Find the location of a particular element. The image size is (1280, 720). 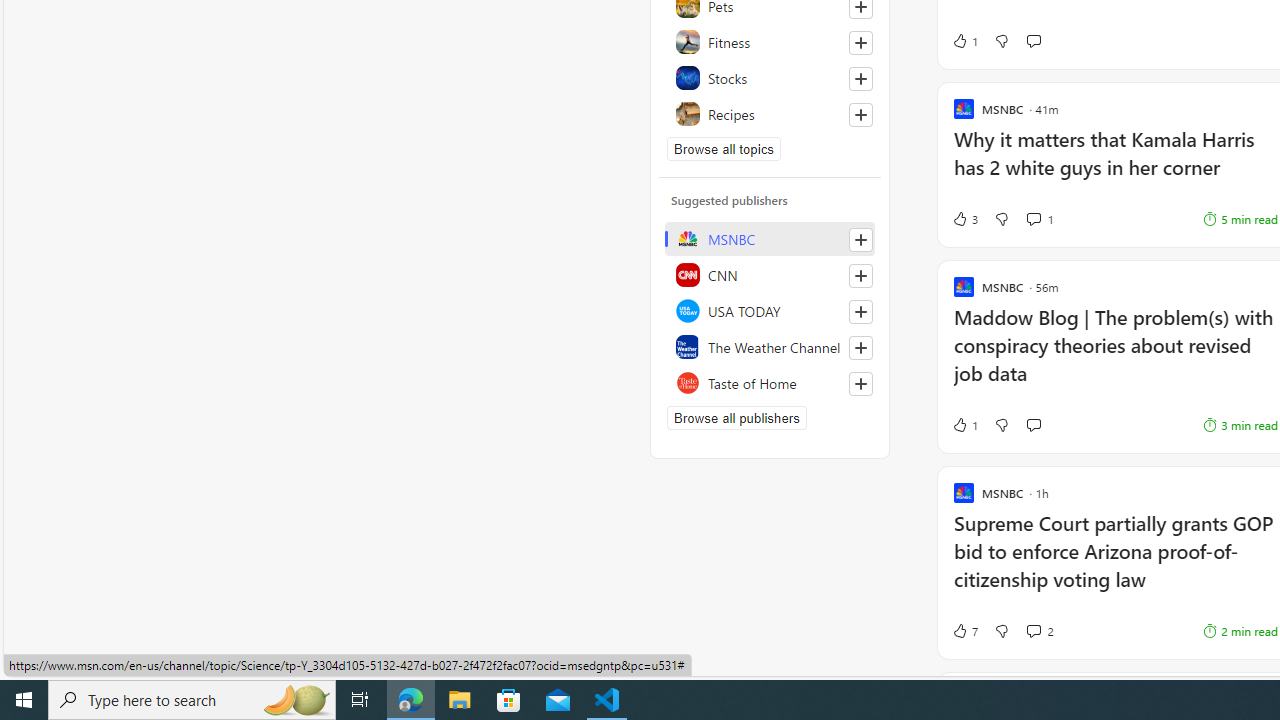

'Follow this source' is located at coordinates (860, 384).